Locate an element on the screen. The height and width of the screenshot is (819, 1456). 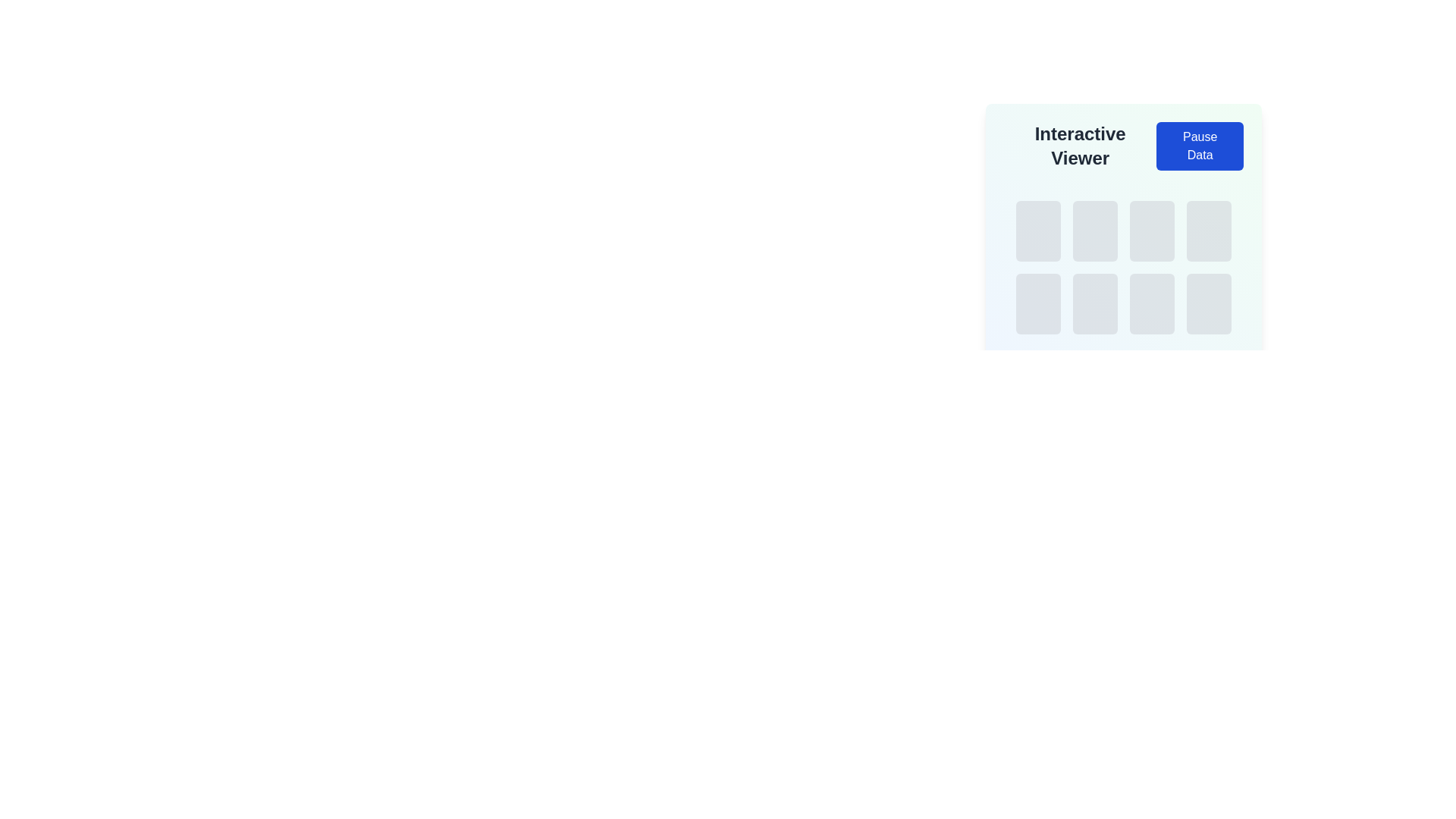
the A placeholder or loading indicator block located in the second row and first column of a 4x2 grid, which is styled with a light gray background and rounded corners, to manipulate adjacent elements is located at coordinates (1037, 304).